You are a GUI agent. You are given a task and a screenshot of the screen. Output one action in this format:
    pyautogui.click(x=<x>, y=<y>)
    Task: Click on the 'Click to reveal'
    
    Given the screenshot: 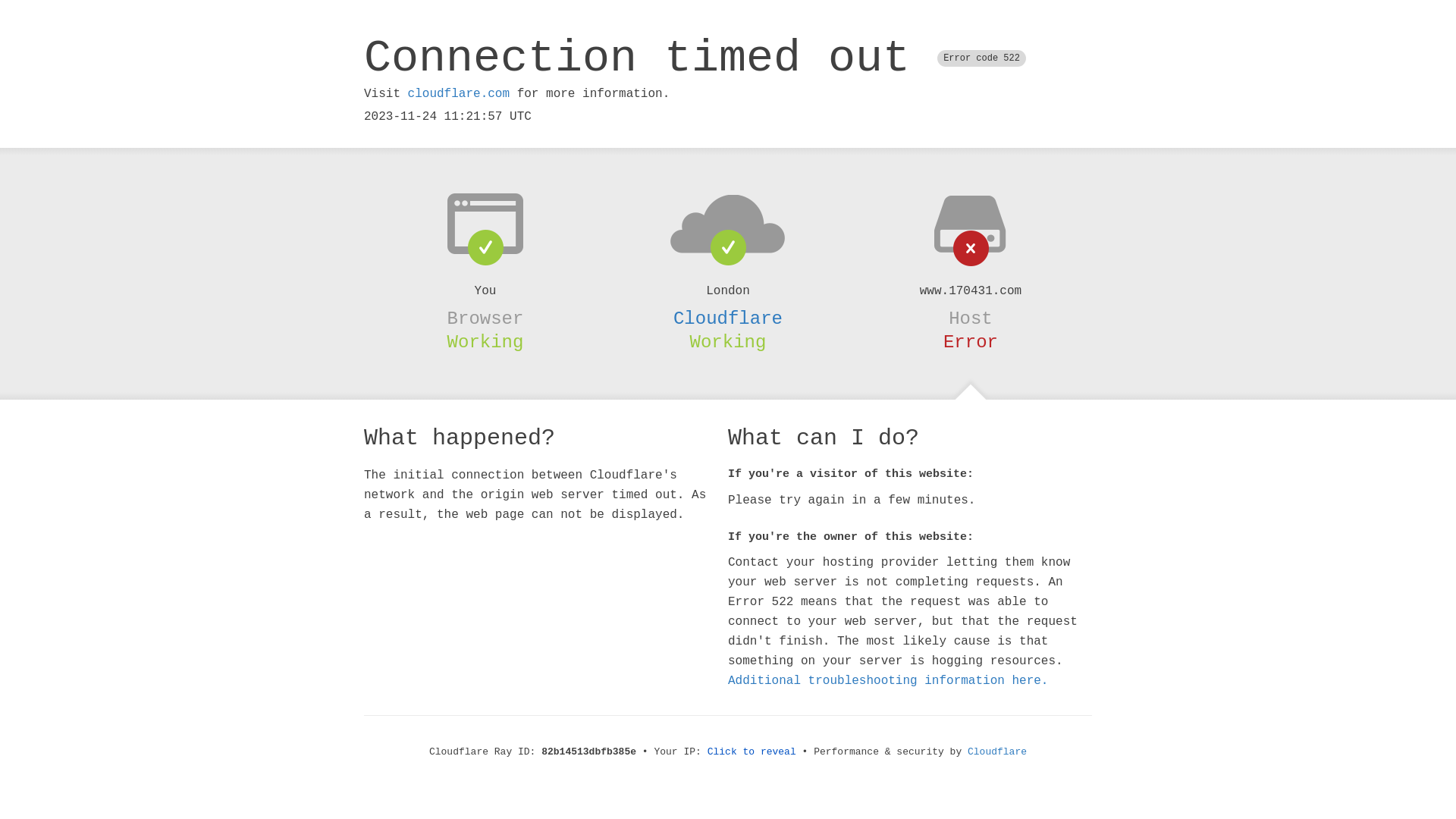 What is the action you would take?
    pyautogui.click(x=752, y=752)
    